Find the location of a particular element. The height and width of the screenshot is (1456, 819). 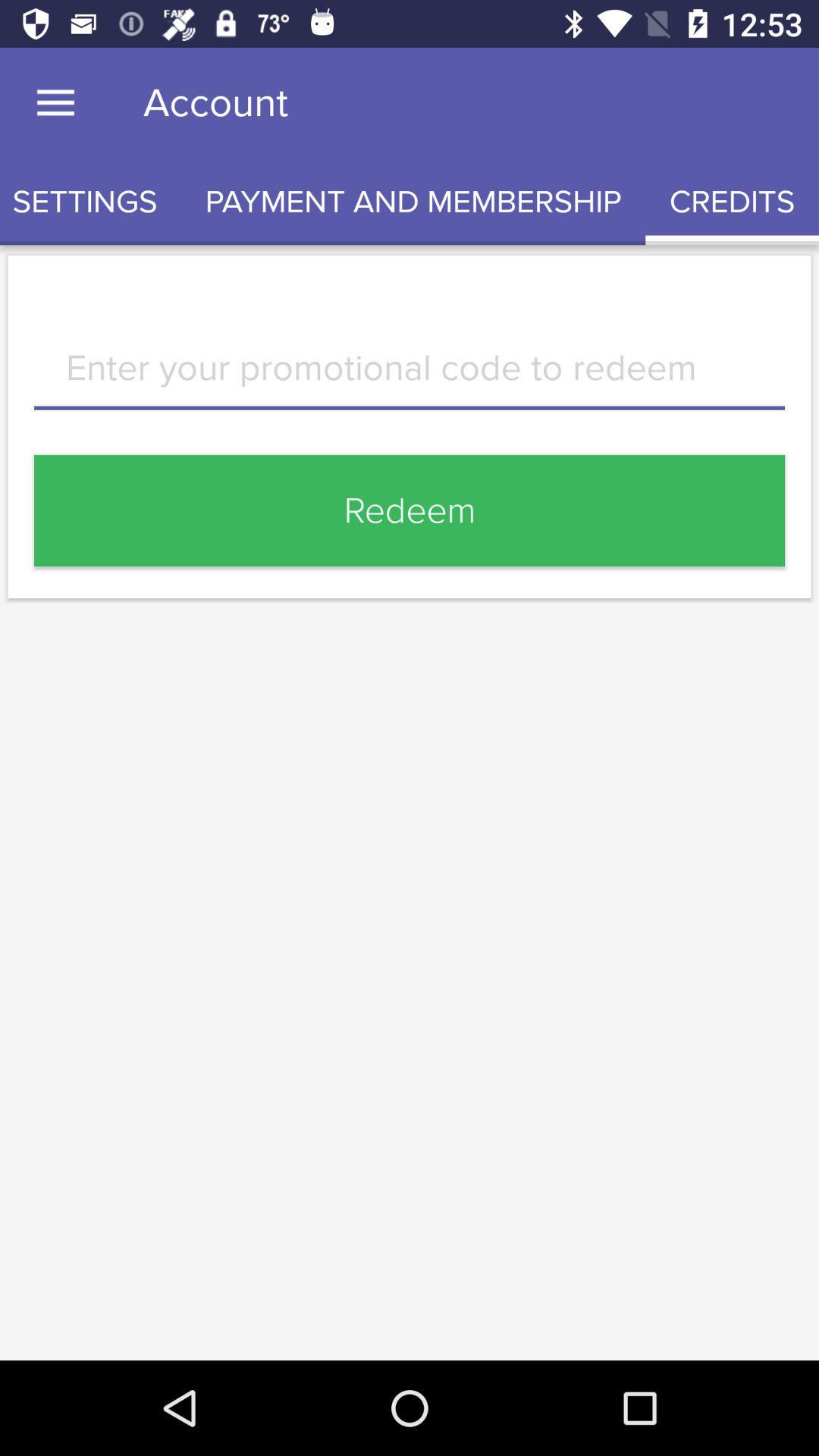

icon above settings item is located at coordinates (55, 102).